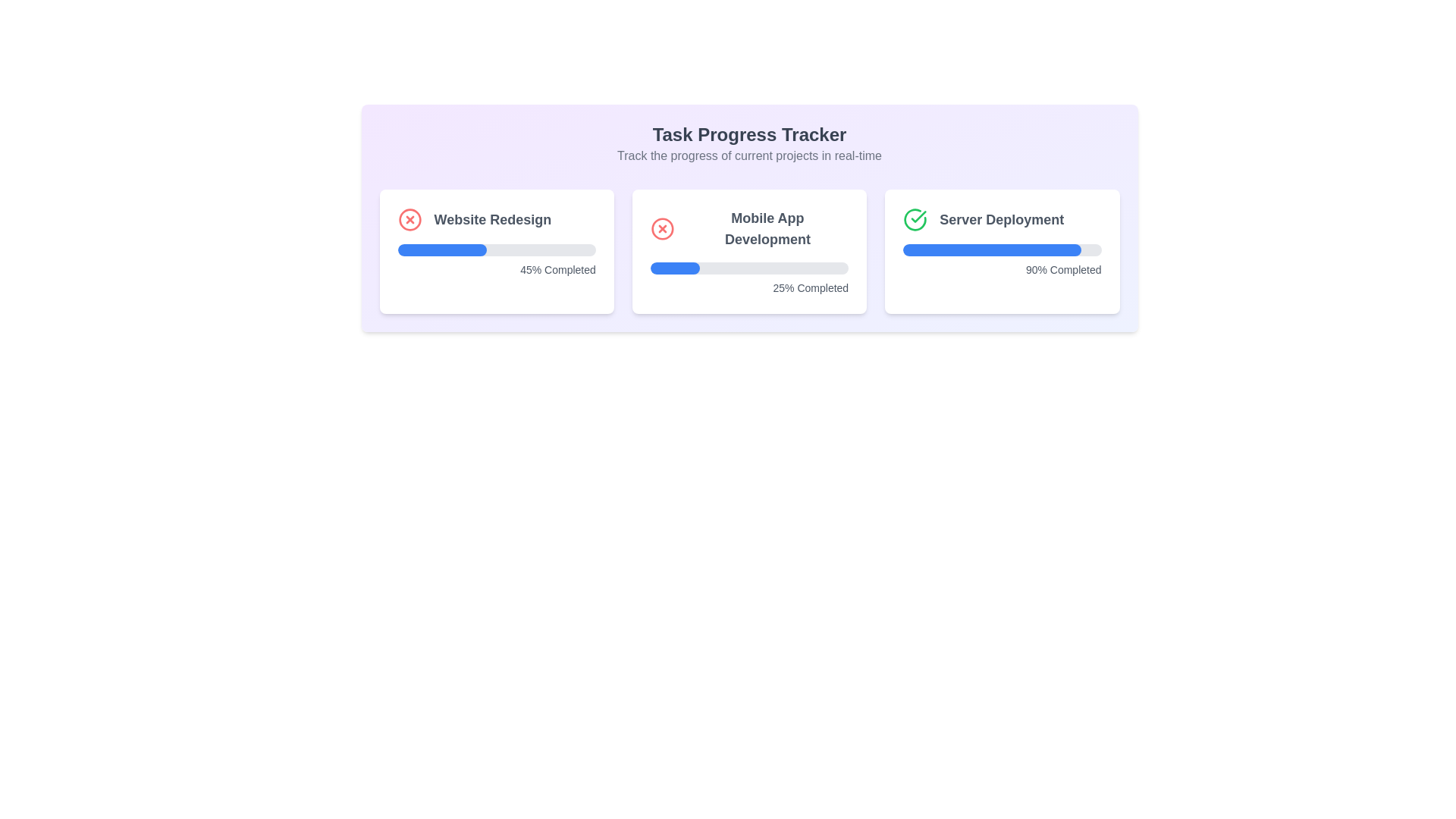  I want to click on the visual progress of the blue portion of the progress bar indicating '45% Completed' within the 'Website Redesign' card, so click(441, 249).